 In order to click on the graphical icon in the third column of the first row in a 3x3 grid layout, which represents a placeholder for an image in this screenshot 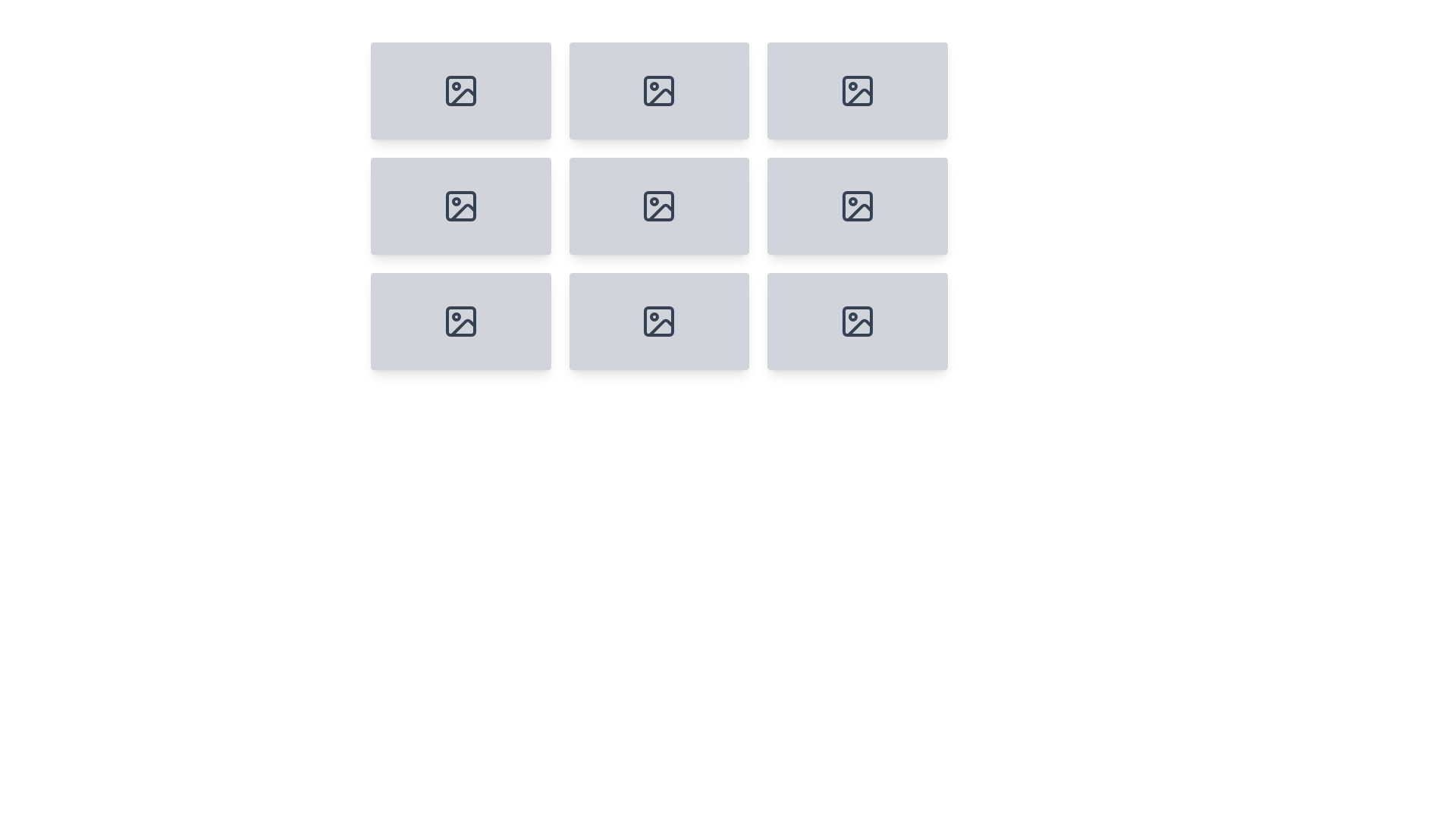, I will do `click(858, 90)`.